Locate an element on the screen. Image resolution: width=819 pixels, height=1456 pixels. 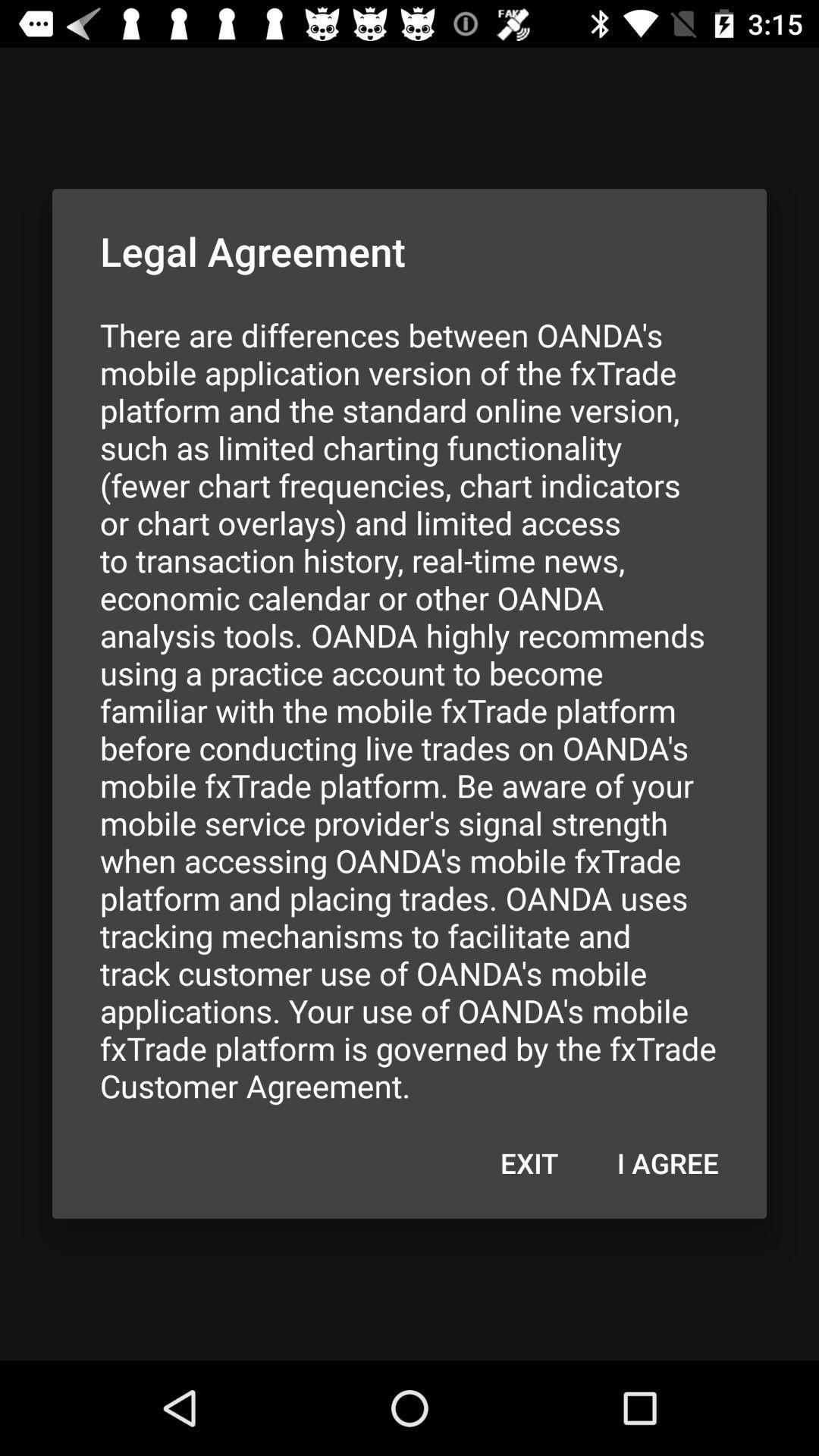
icon at the bottom right corner is located at coordinates (667, 1162).